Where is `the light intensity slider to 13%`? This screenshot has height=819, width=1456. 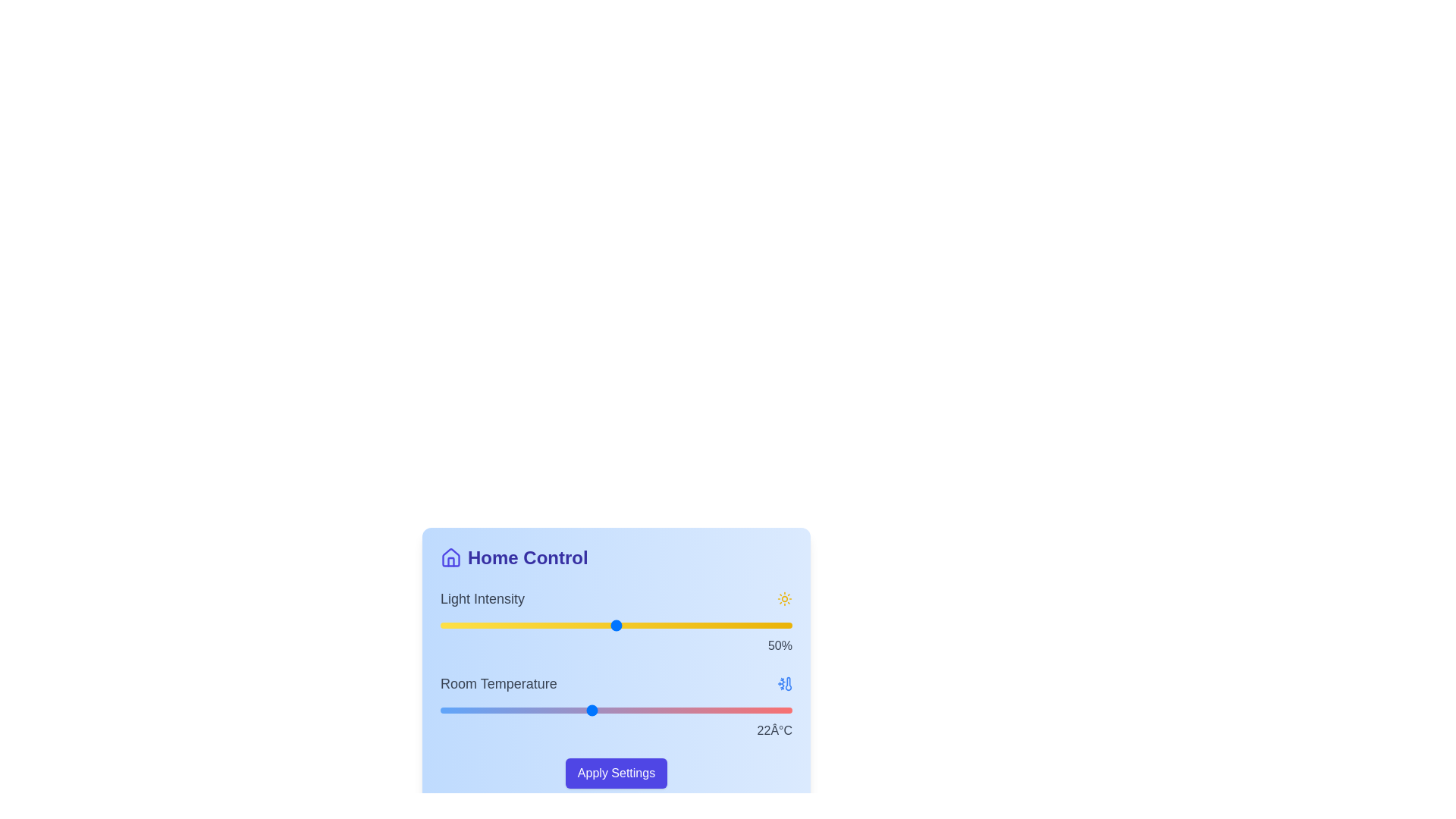 the light intensity slider to 13% is located at coordinates (486, 626).